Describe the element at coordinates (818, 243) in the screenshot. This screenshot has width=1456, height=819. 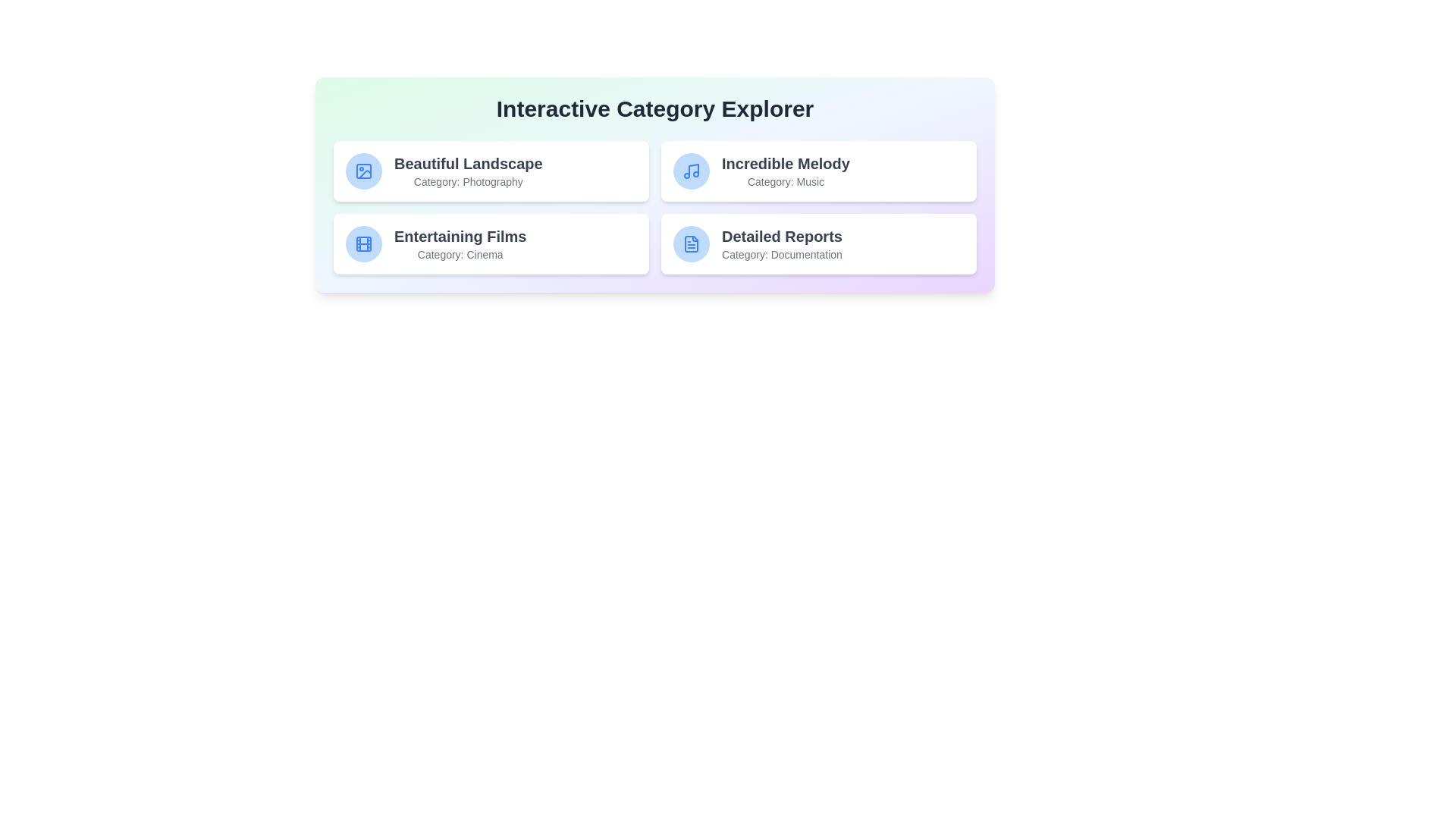
I see `the card with the title Detailed Reports` at that location.